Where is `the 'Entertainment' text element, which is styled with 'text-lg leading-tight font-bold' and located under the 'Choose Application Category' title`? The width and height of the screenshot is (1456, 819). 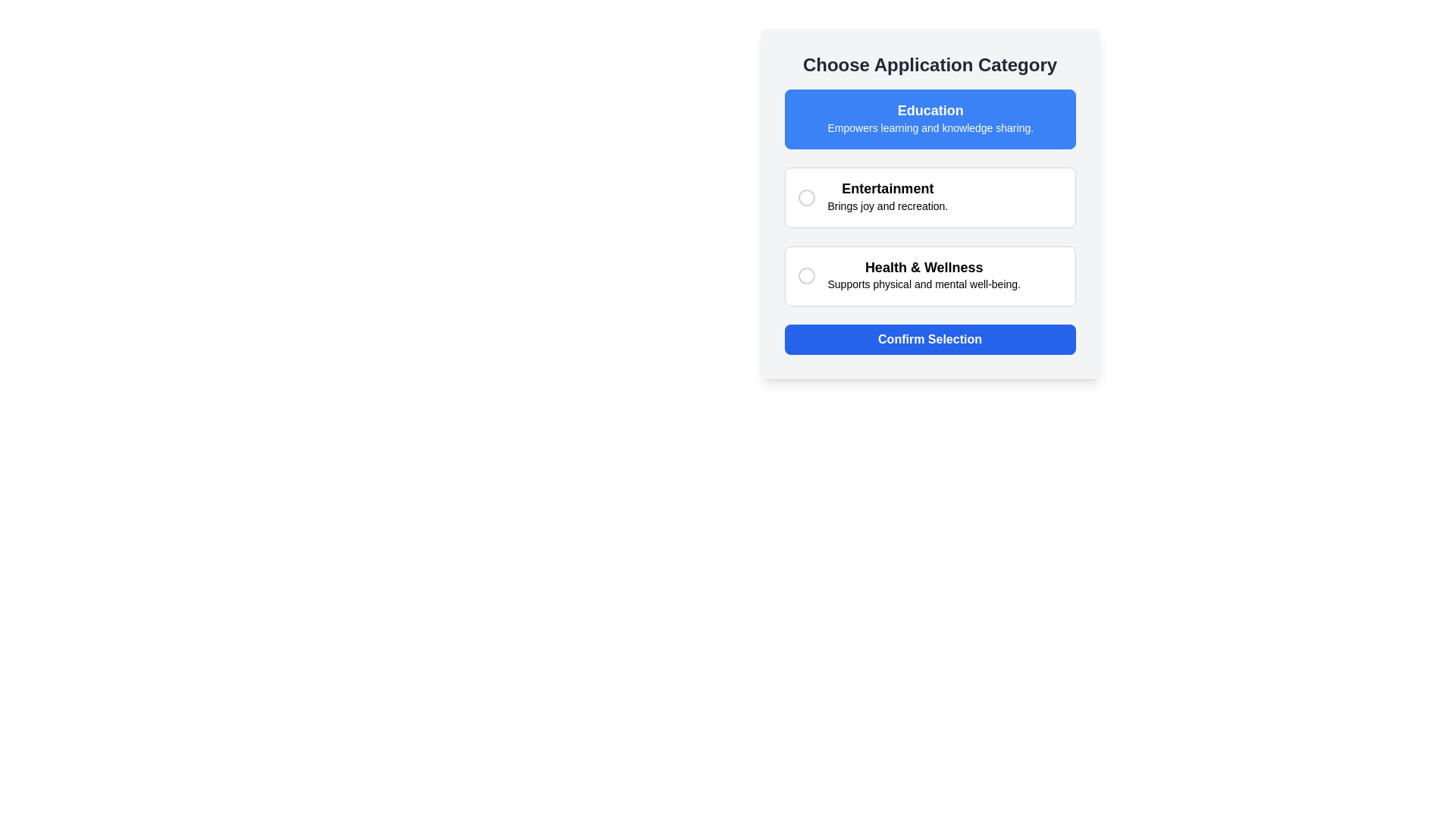
the 'Entertainment' text element, which is styled with 'text-lg leading-tight font-bold' and located under the 'Choose Application Category' title is located at coordinates (887, 188).